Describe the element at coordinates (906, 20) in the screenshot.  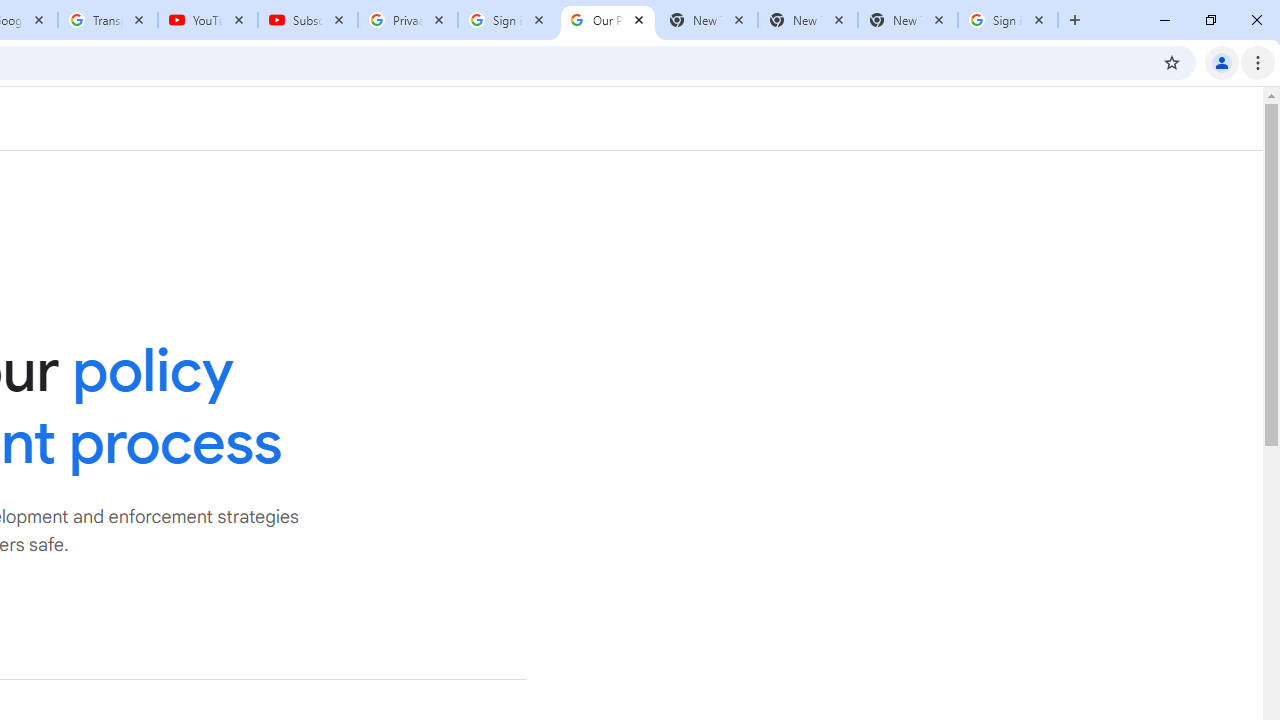
I see `'New Tab'` at that location.